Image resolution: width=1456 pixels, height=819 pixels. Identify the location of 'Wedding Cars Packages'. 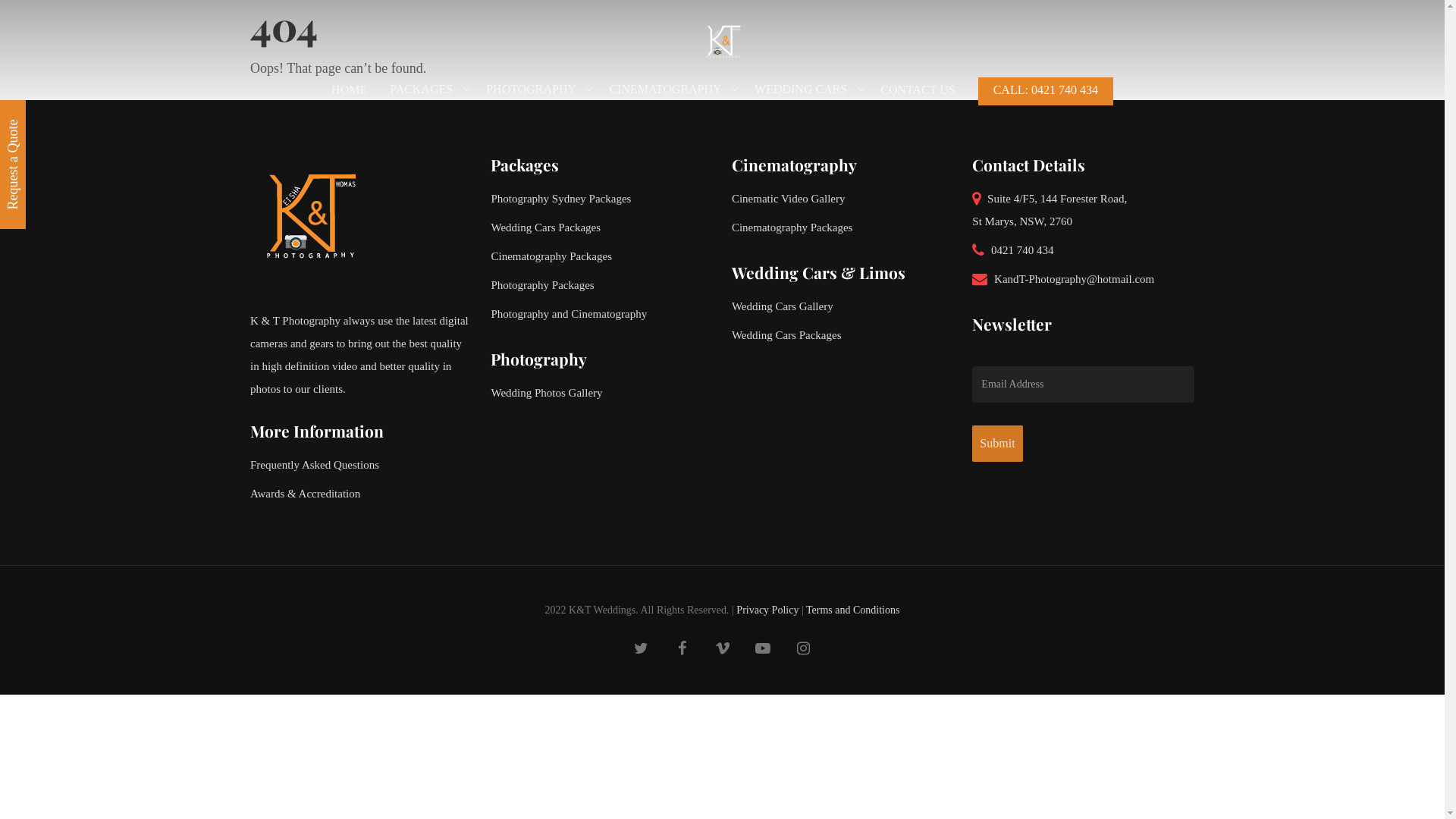
(491, 227).